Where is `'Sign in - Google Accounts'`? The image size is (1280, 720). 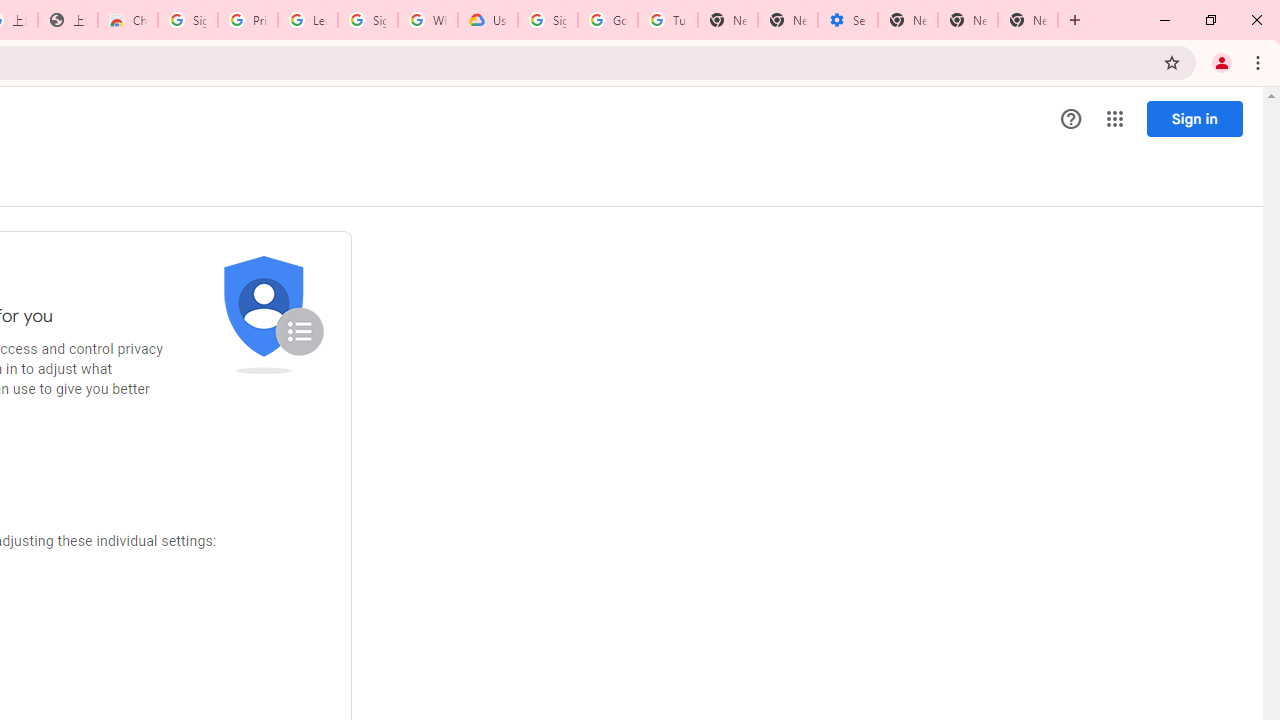 'Sign in - Google Accounts' is located at coordinates (187, 20).